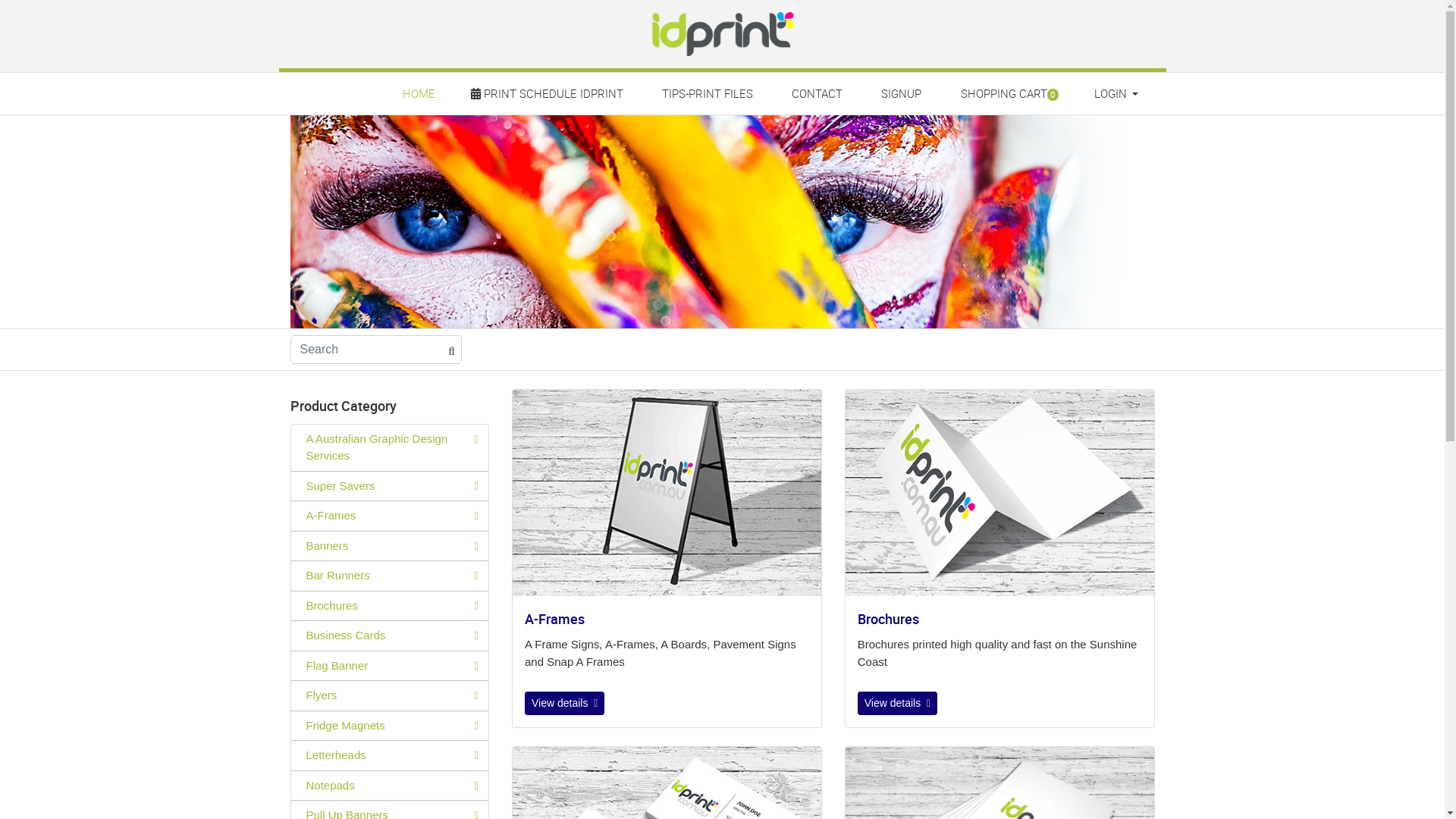 This screenshot has width=1456, height=819. What do you see at coordinates (390, 486) in the screenshot?
I see `'Super Savers'` at bounding box center [390, 486].